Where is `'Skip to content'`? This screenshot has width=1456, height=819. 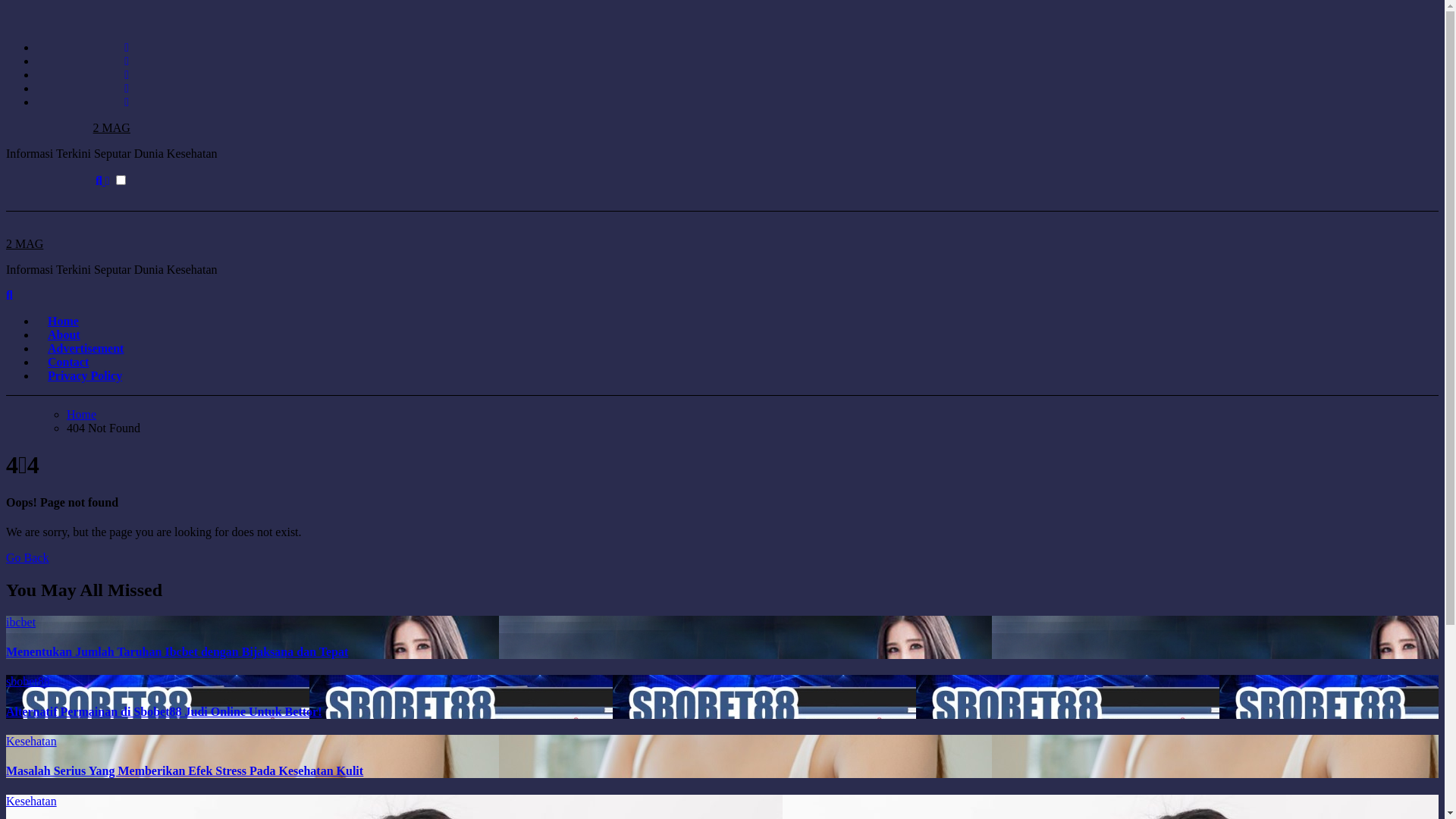 'Skip to content' is located at coordinates (5, 5).